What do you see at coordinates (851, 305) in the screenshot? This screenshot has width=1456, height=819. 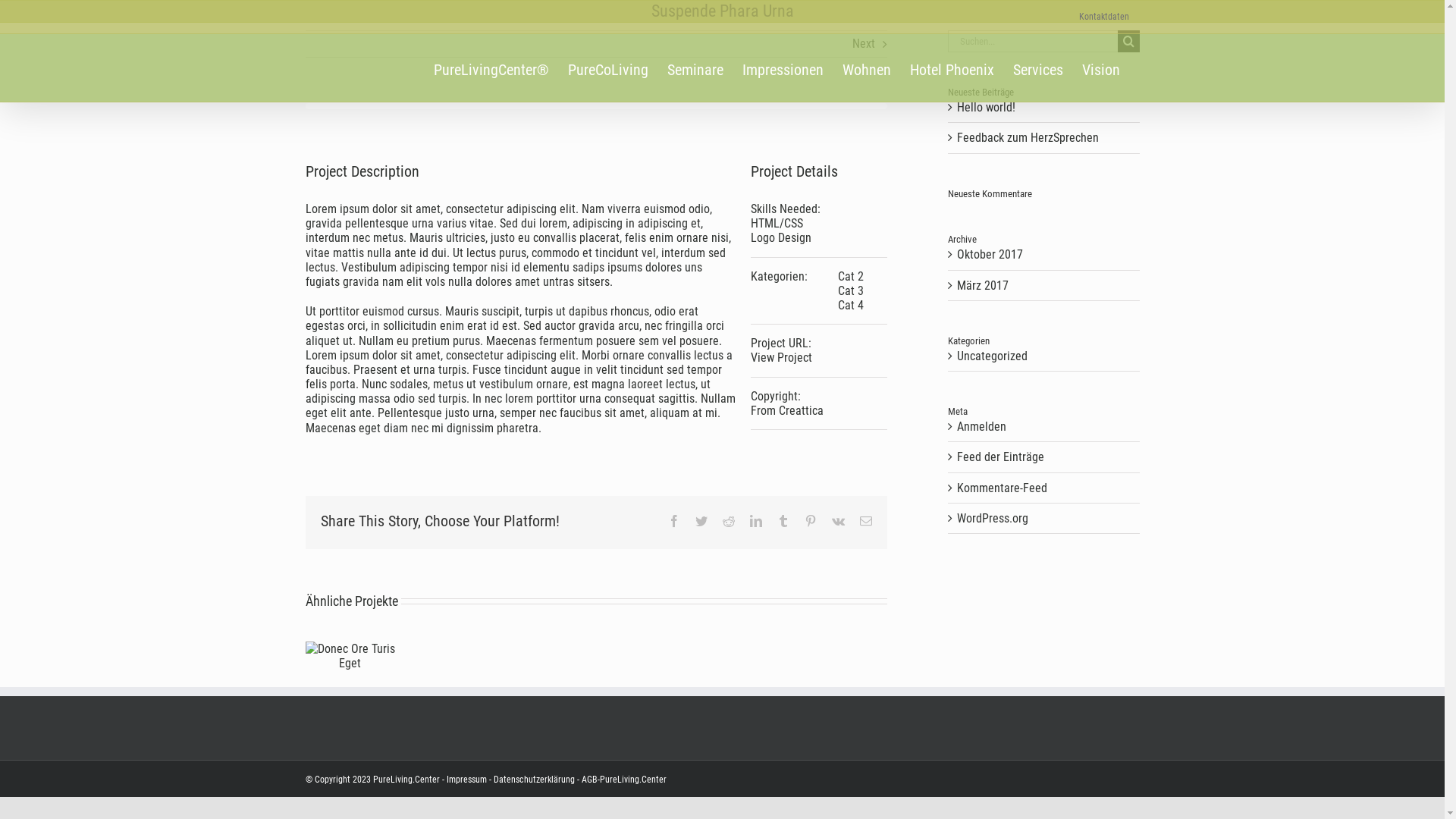 I see `'Cat 4'` at bounding box center [851, 305].